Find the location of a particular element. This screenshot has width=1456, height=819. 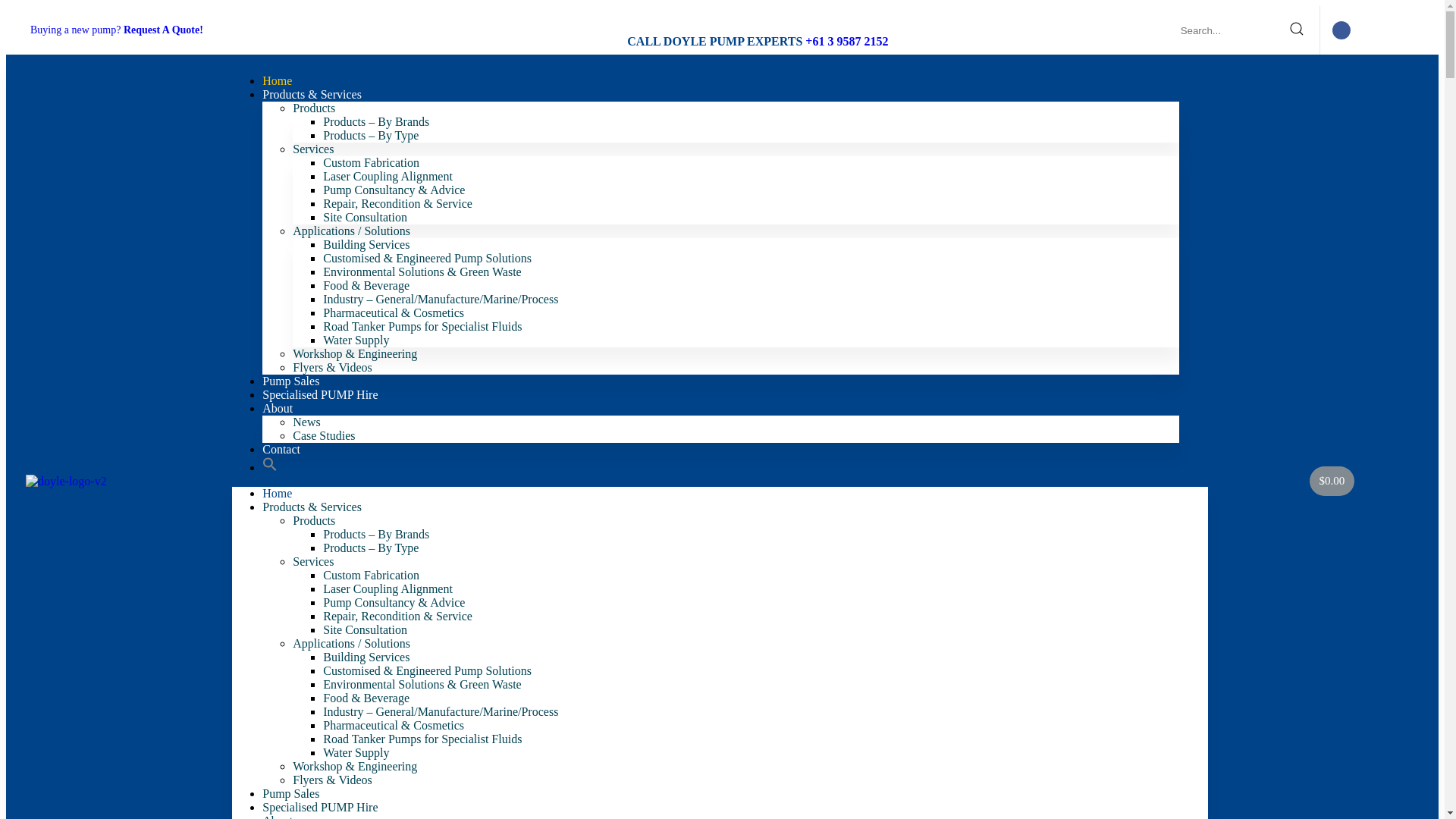

'Environmental Solutions & Green Waste' is located at coordinates (422, 684).